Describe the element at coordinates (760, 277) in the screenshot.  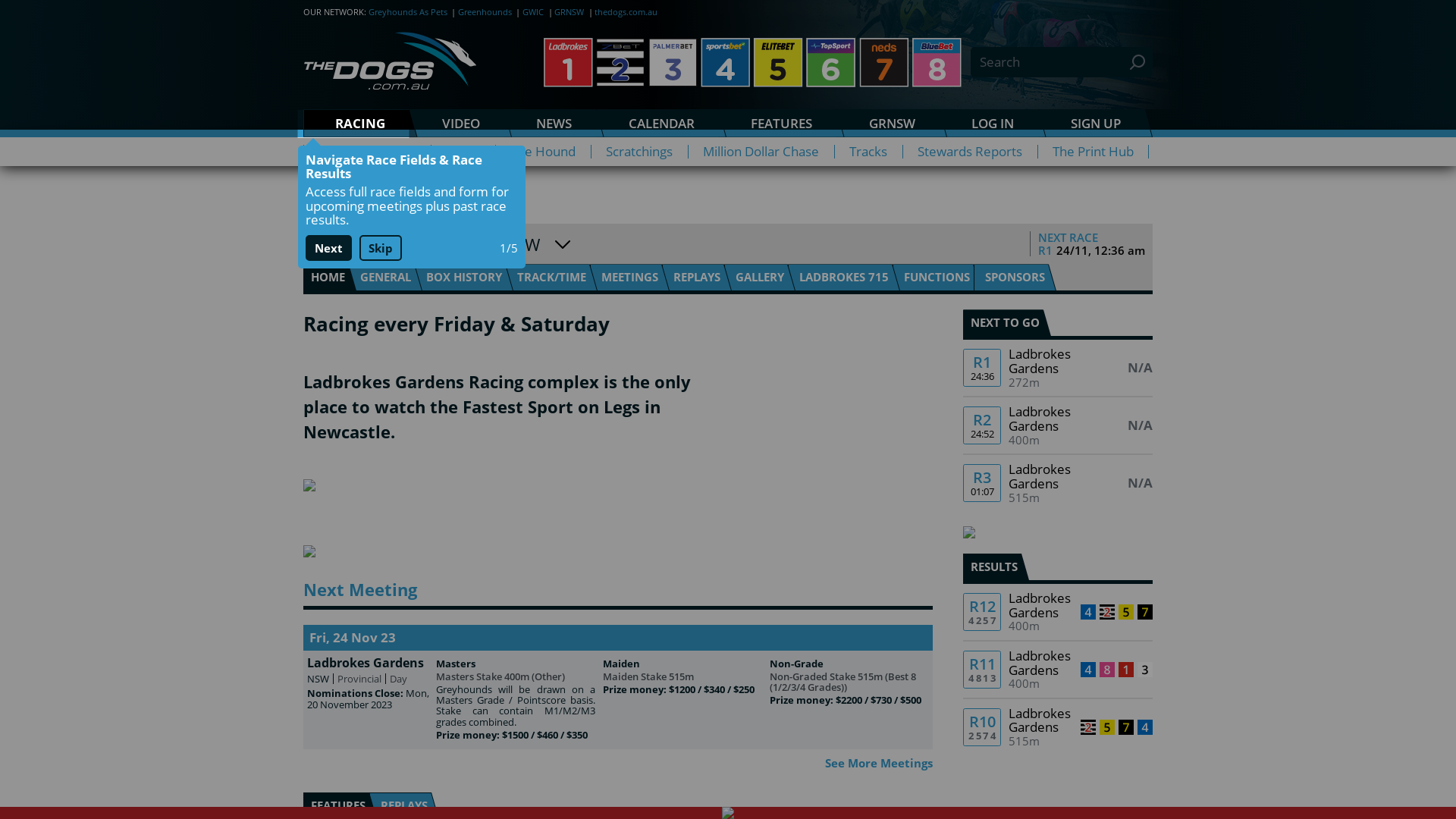
I see `'GALLERY'` at that location.